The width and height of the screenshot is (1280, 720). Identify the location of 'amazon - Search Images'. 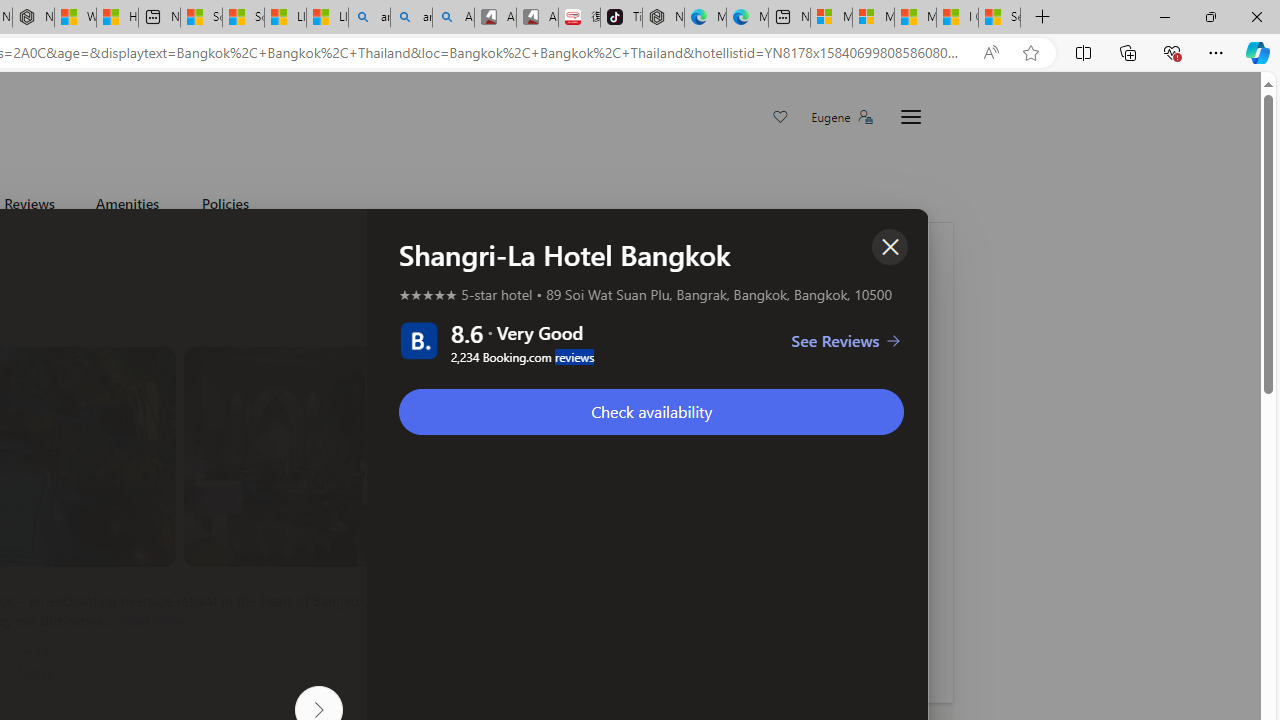
(410, 17).